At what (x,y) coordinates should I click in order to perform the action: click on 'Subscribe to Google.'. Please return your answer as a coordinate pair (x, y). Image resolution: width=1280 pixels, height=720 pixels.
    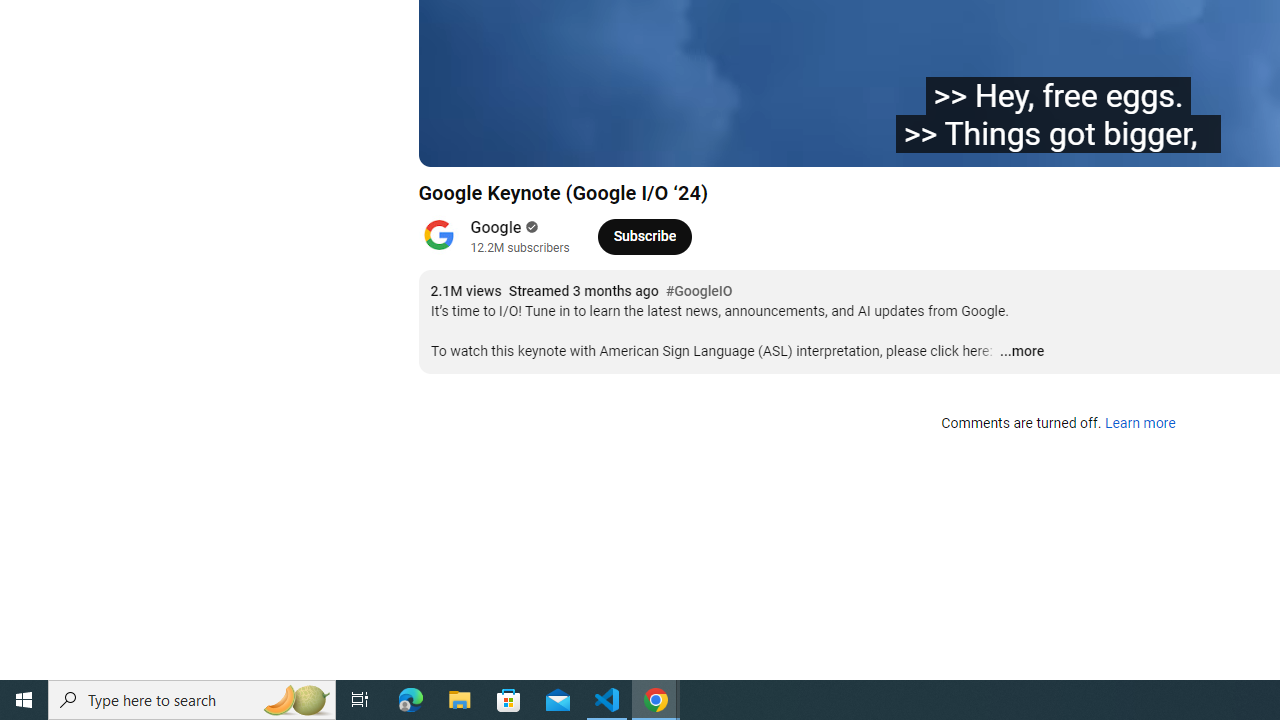
    Looking at the image, I should click on (644, 235).